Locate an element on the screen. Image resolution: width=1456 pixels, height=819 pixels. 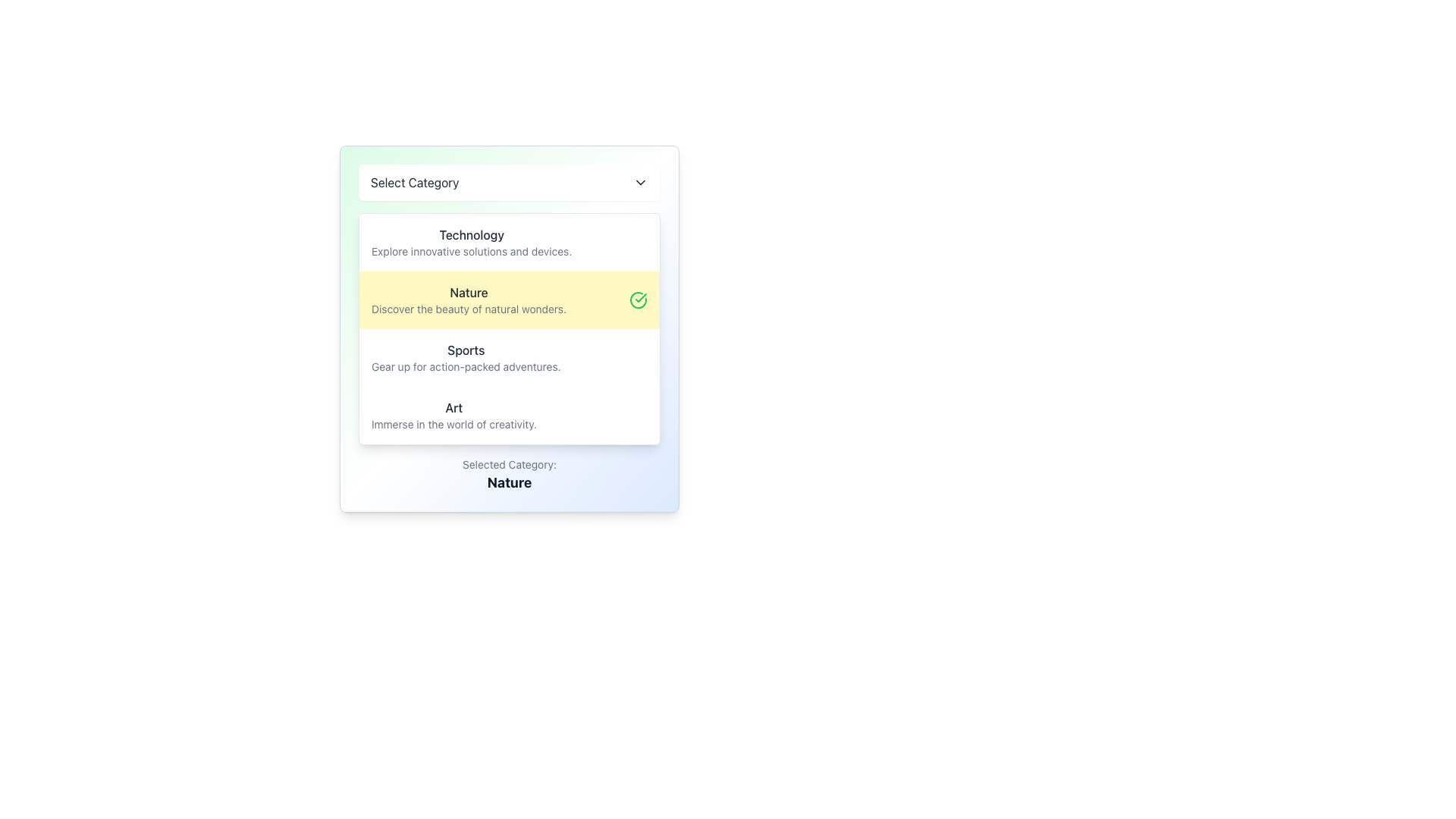
the 'Technology' text label, which is styled in bold and larger size, located at the top of the category selection box is located at coordinates (471, 234).